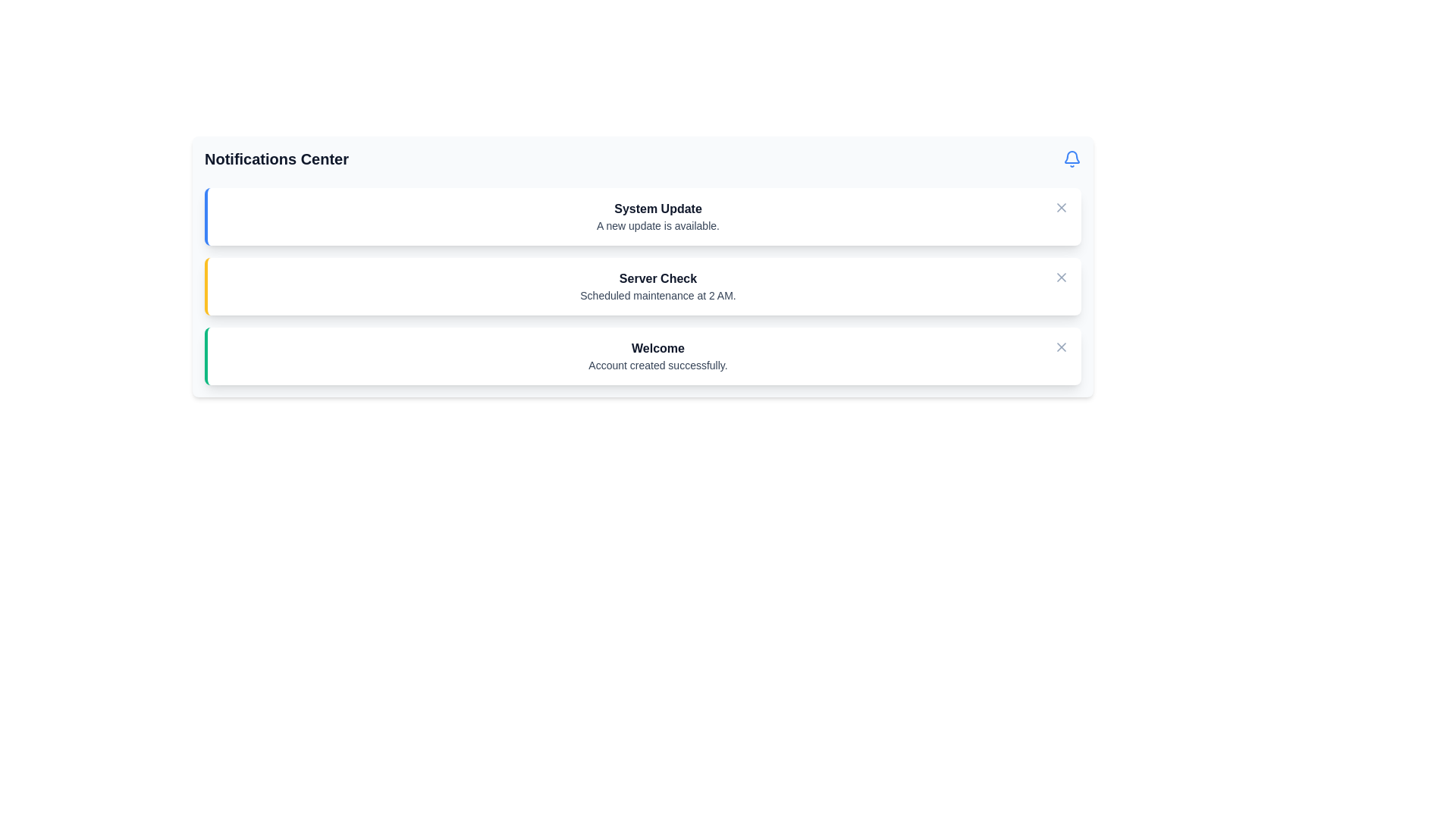 This screenshot has height=819, width=1456. Describe the element at coordinates (658, 295) in the screenshot. I see `text element displaying 'Scheduled maintenance at 2 AM.' located under the heading 'Server Check' in the second notification card` at that location.